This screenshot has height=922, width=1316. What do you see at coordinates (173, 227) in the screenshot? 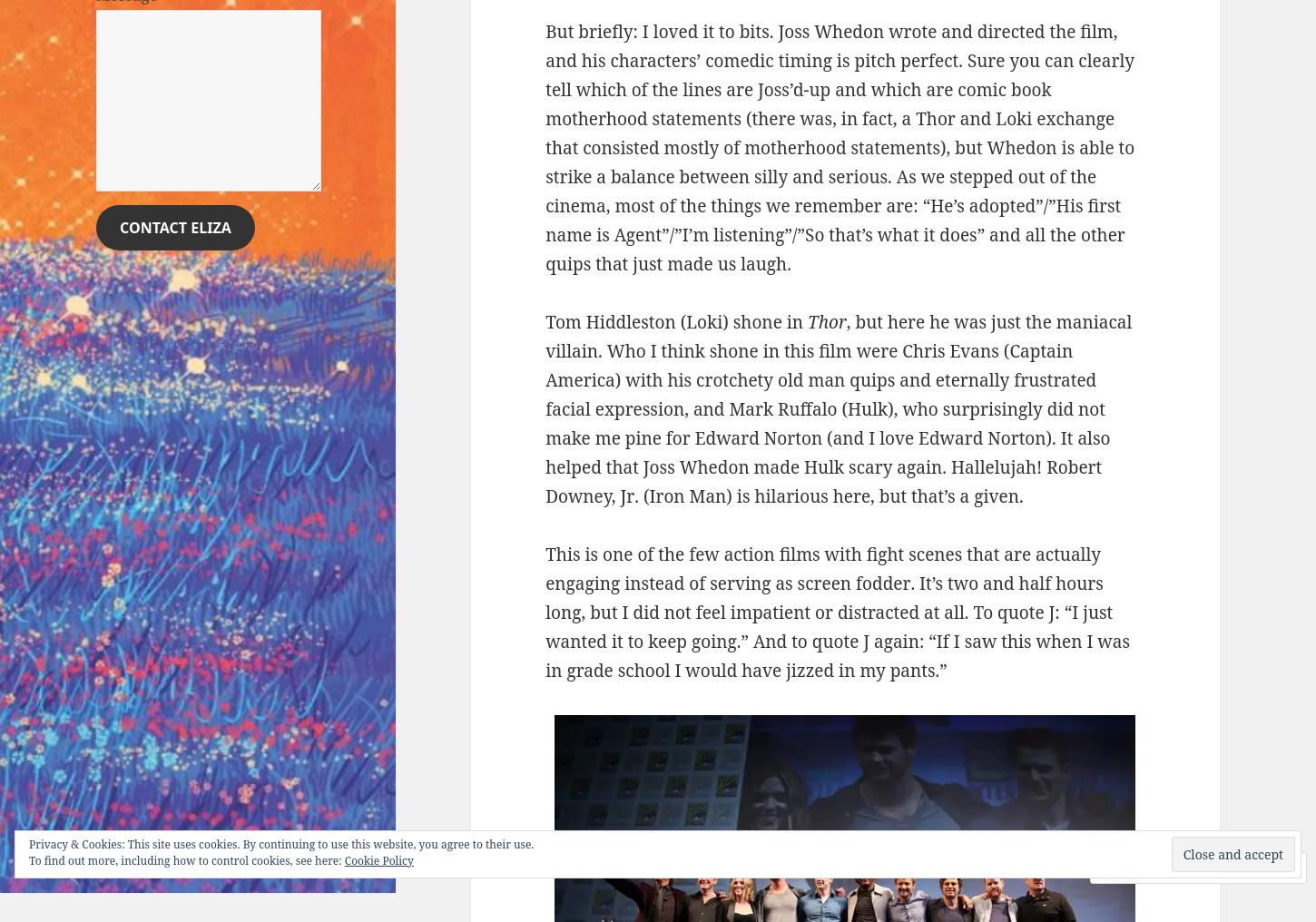
I see `'Contact ELIZA'` at bounding box center [173, 227].